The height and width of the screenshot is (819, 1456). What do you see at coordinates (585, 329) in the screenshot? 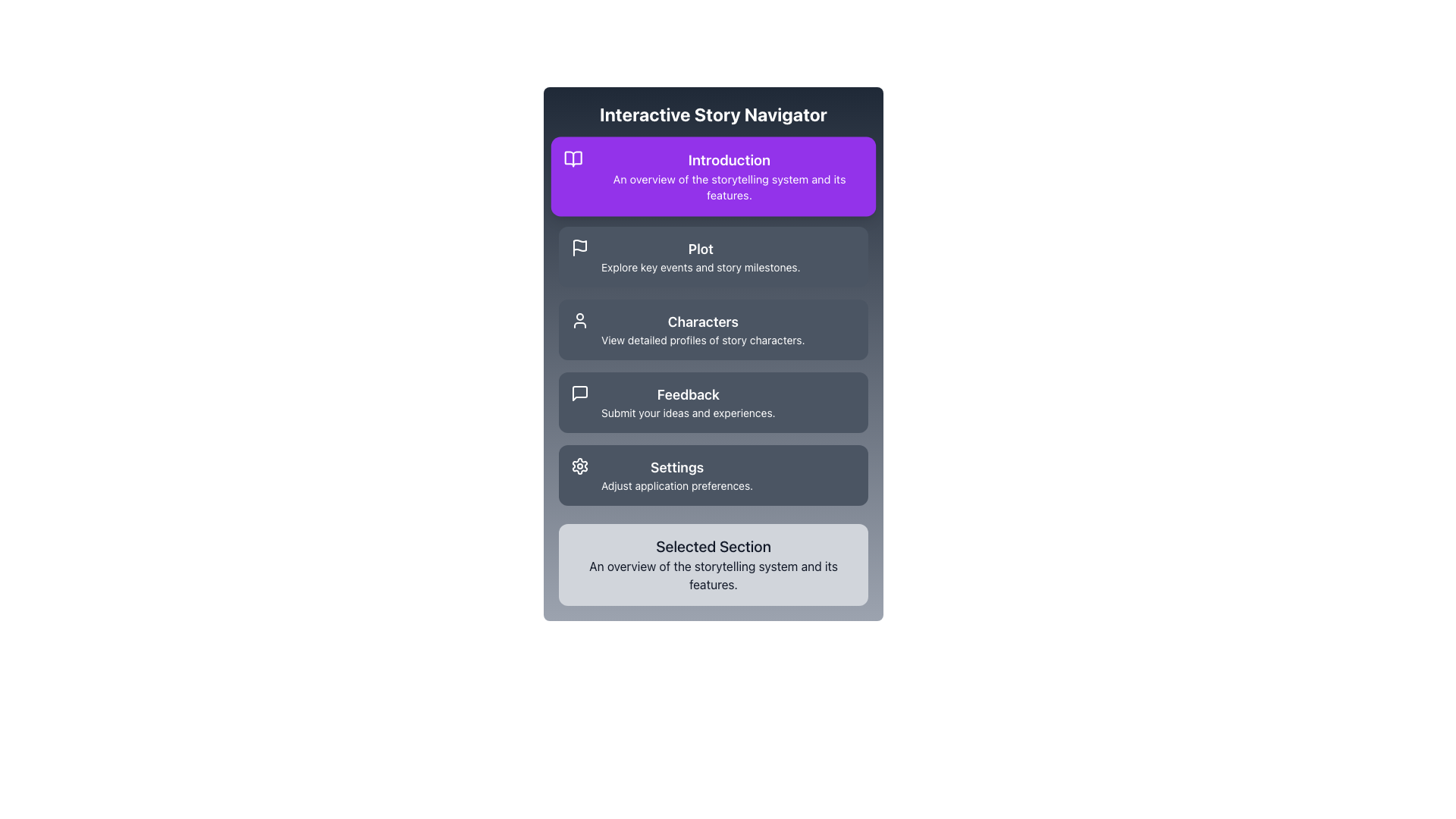
I see `the decorative user icon associated with the 'Characters' menu item located in the vertical navigation menu, positioned above the 'Feedback' menu option and below the 'Plot' menu option` at bounding box center [585, 329].